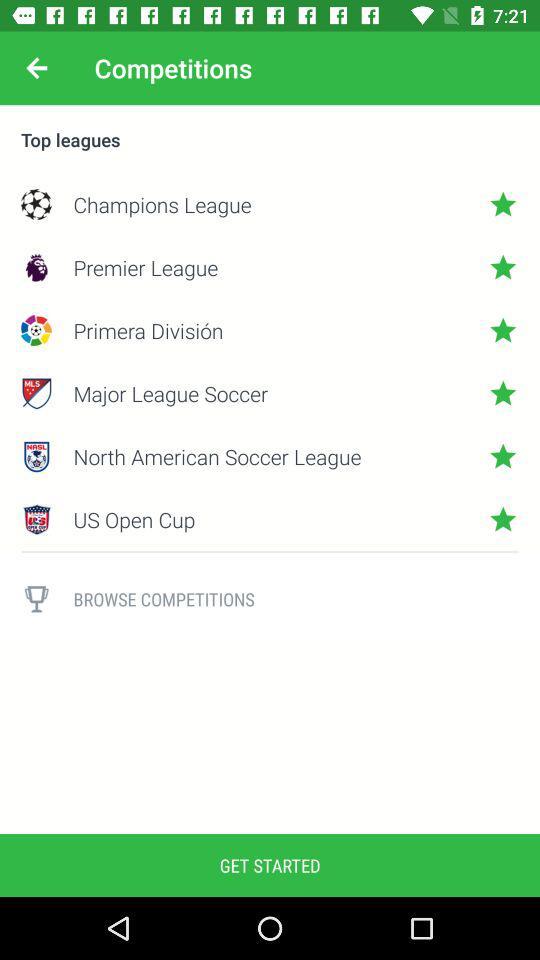 This screenshot has height=960, width=540. What do you see at coordinates (270, 518) in the screenshot?
I see `the us open cup item` at bounding box center [270, 518].